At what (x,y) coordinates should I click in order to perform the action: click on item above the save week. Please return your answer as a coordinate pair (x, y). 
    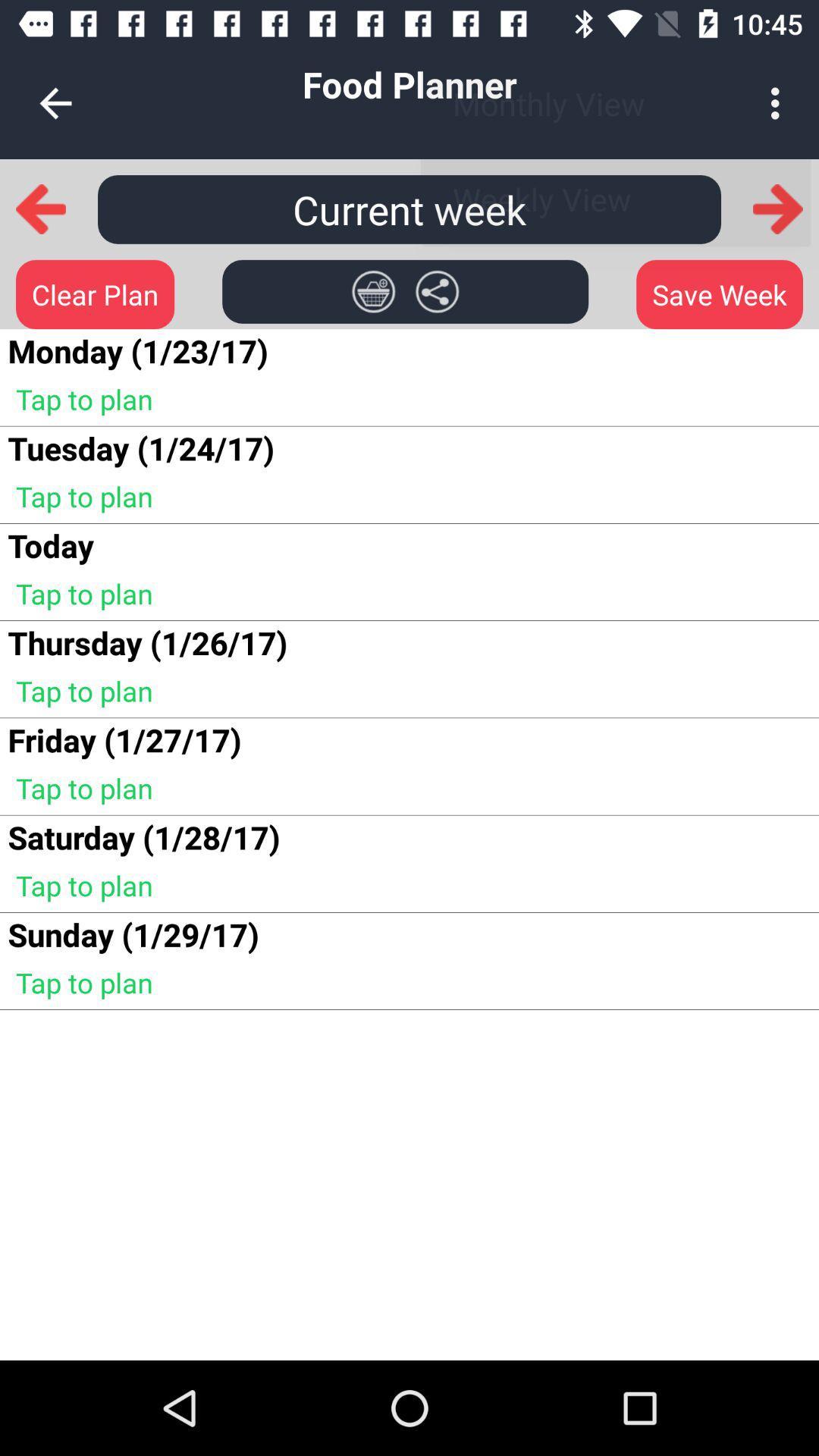
    Looking at the image, I should click on (778, 209).